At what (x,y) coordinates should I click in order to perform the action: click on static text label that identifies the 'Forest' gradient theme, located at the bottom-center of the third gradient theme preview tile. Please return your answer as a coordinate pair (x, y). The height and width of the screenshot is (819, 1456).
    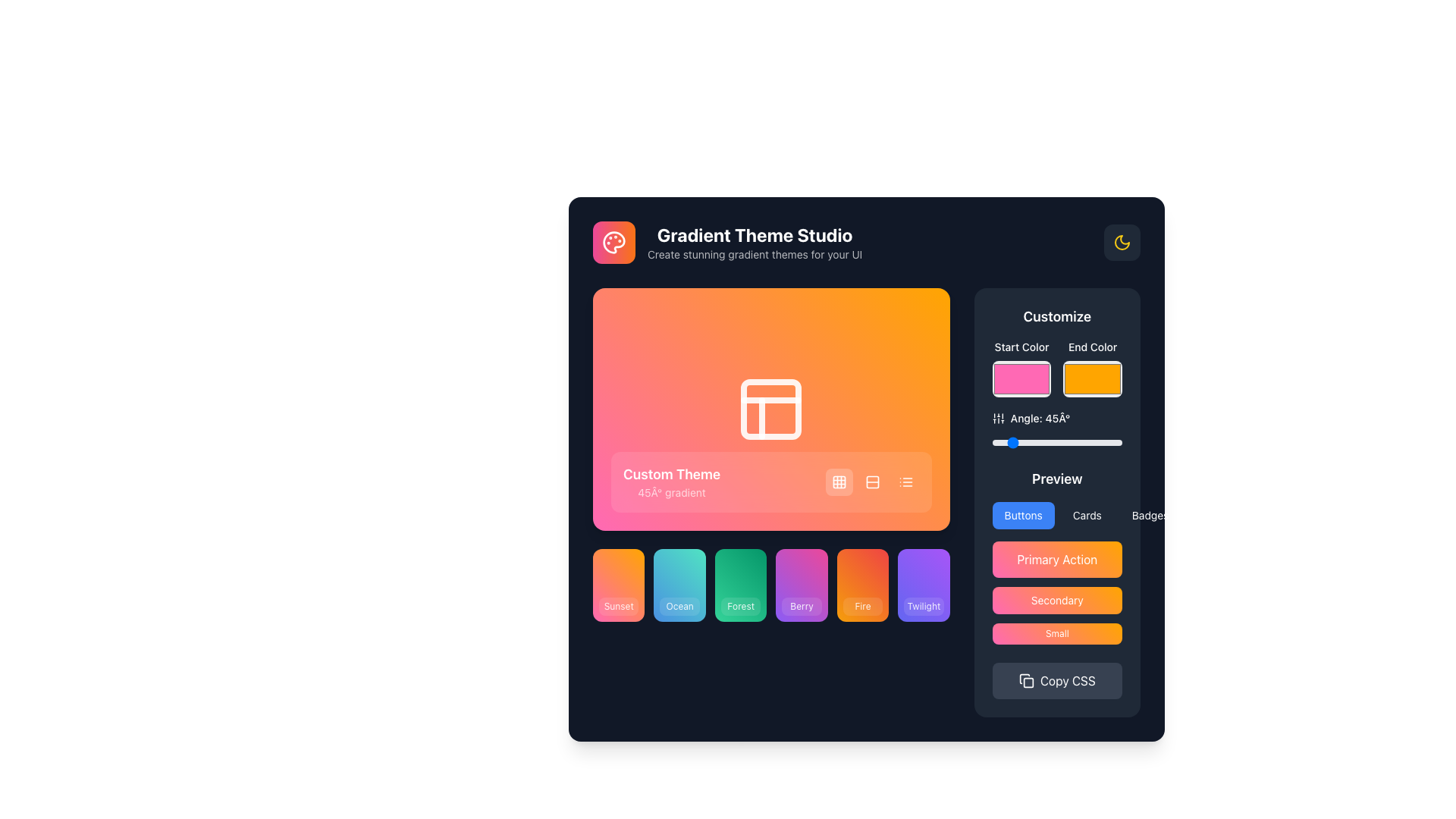
    Looking at the image, I should click on (741, 605).